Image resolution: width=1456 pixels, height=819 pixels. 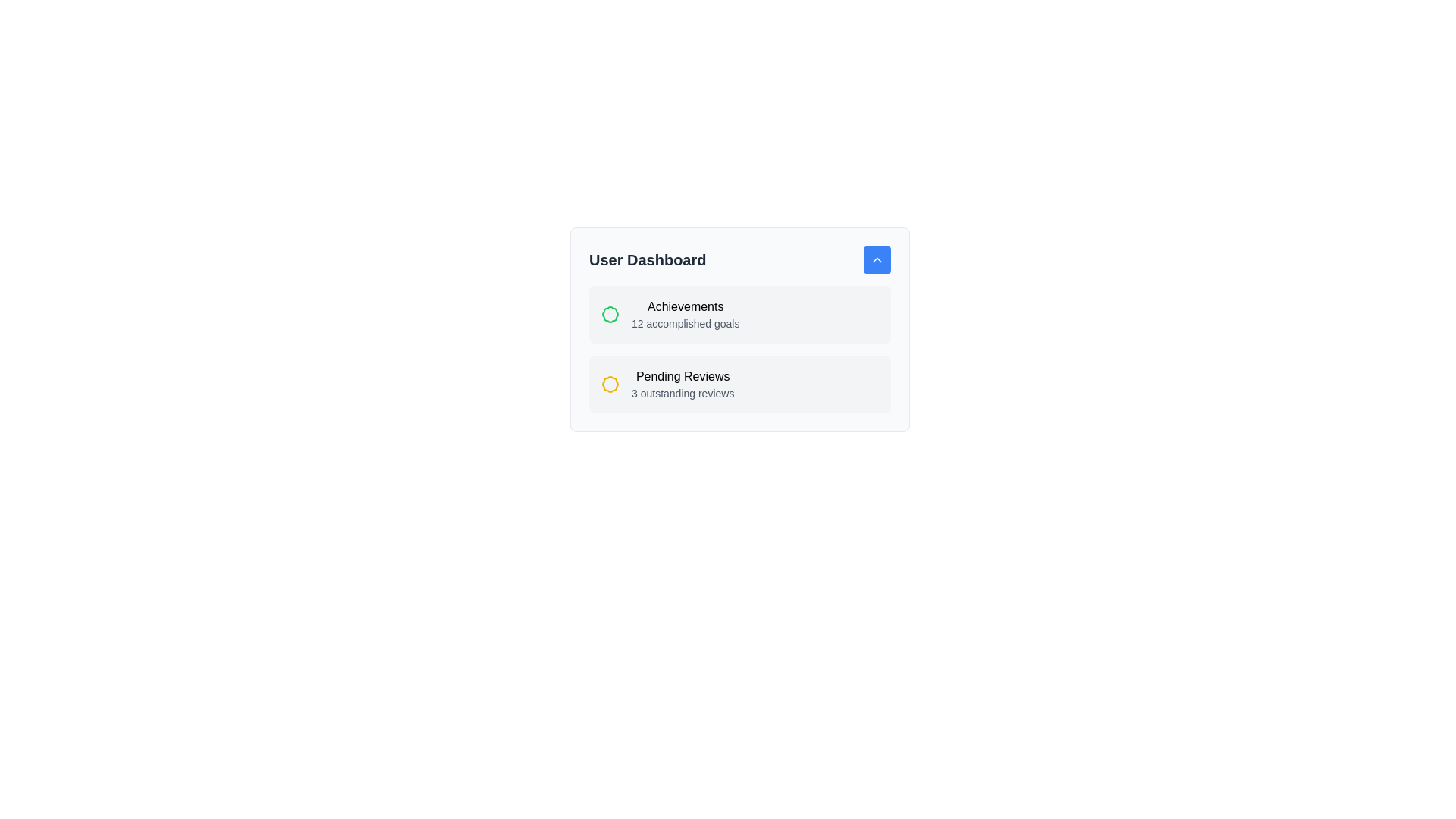 I want to click on summary information from the Text Label that indicates there are '3 outstanding reviews' below the 'Achievements' item in the user dashboard interface, so click(x=682, y=383).